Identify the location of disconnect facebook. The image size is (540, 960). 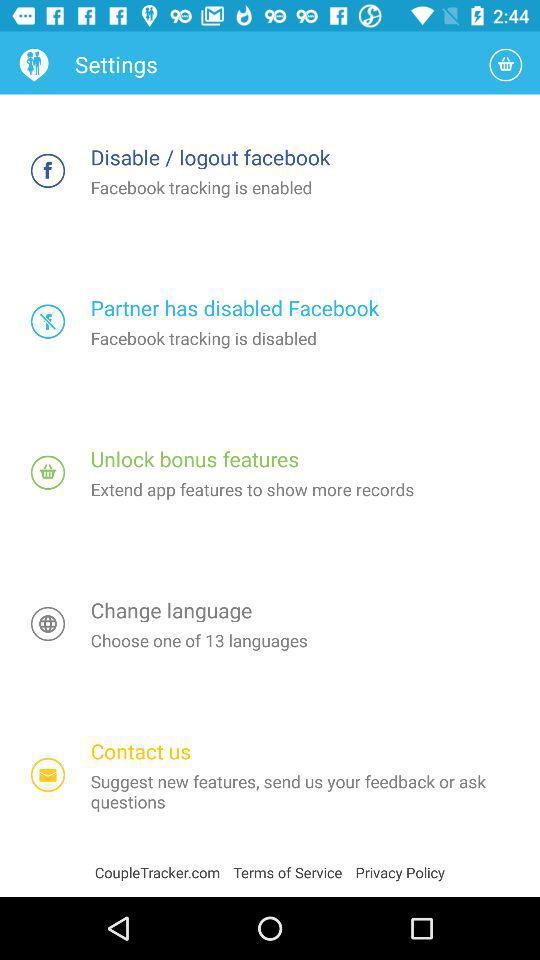
(48, 169).